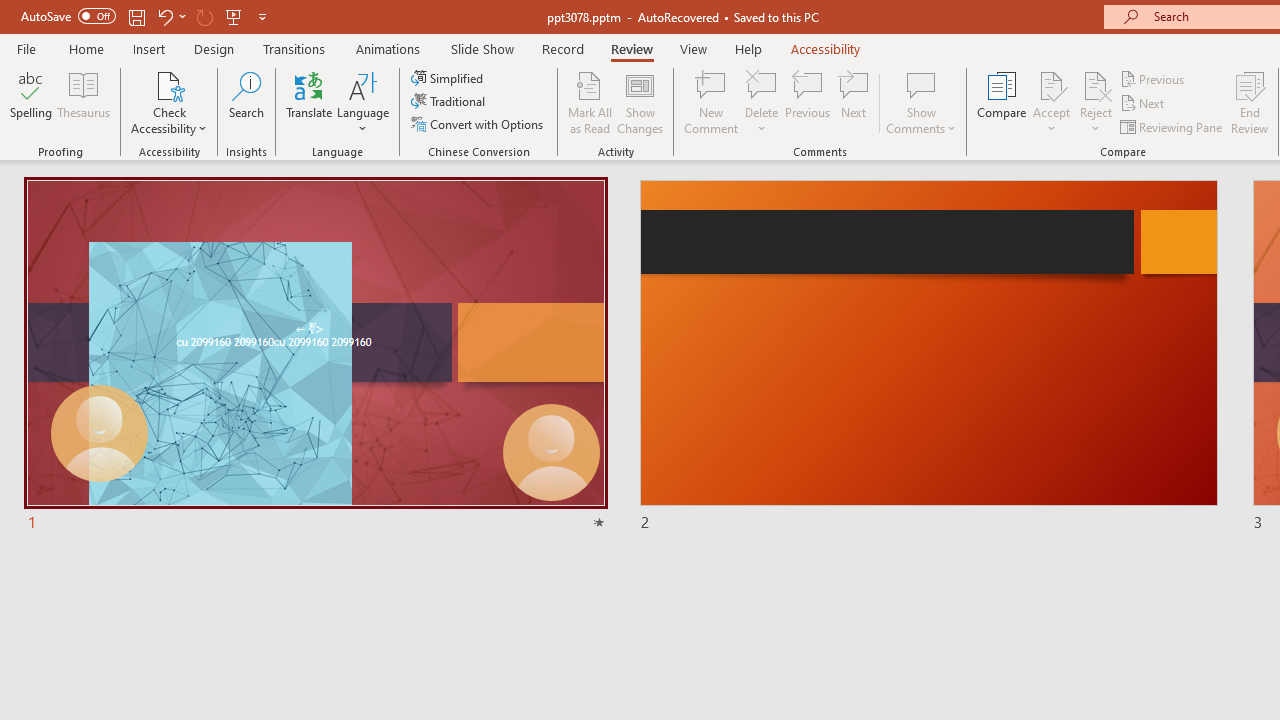 This screenshot has width=1280, height=720. What do you see at coordinates (204, 16) in the screenshot?
I see `'Redo'` at bounding box center [204, 16].